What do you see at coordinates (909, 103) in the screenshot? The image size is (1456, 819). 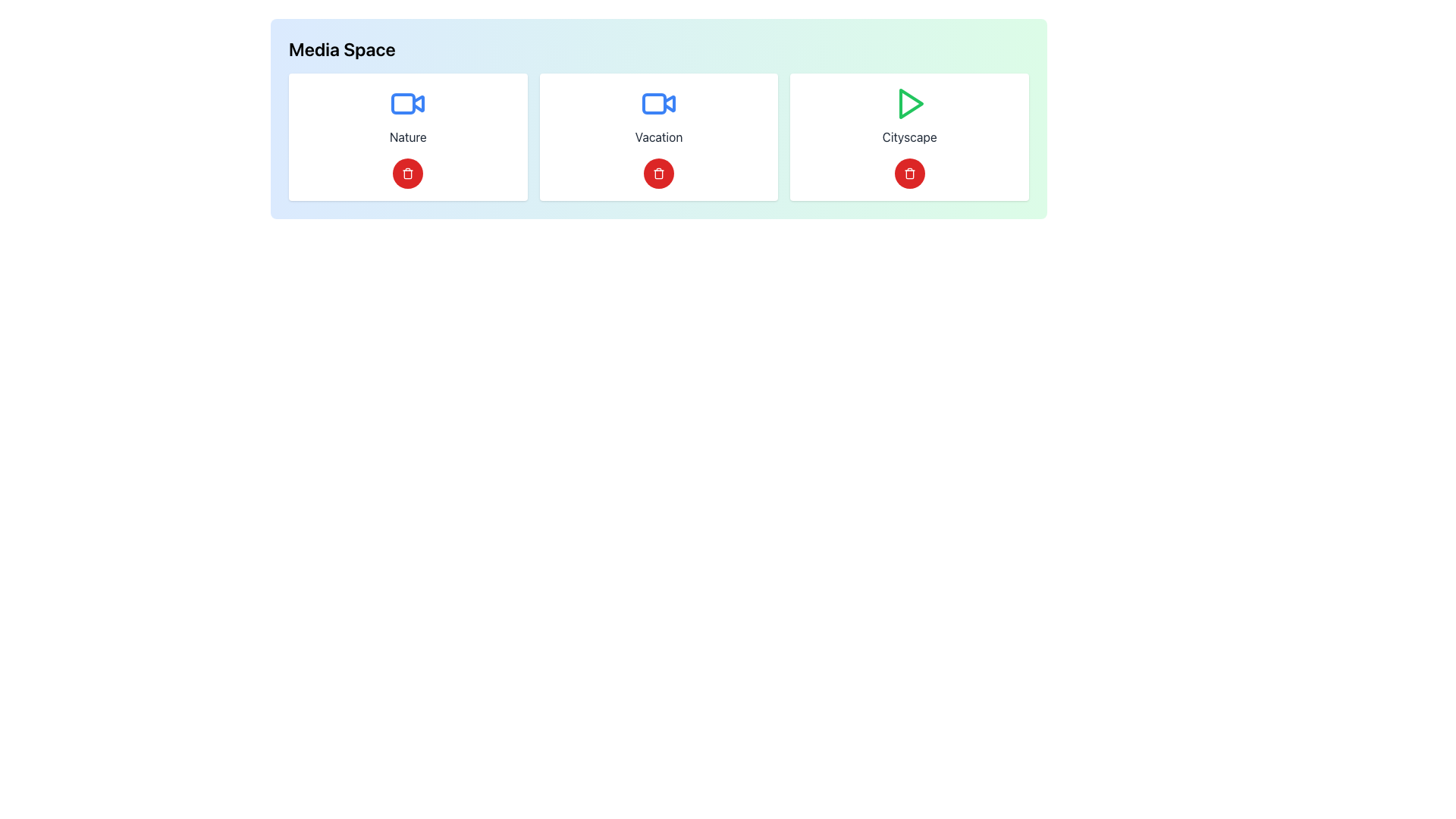 I see `the play button located at the top central part of the 'Cityscape' card to initiate playback` at bounding box center [909, 103].